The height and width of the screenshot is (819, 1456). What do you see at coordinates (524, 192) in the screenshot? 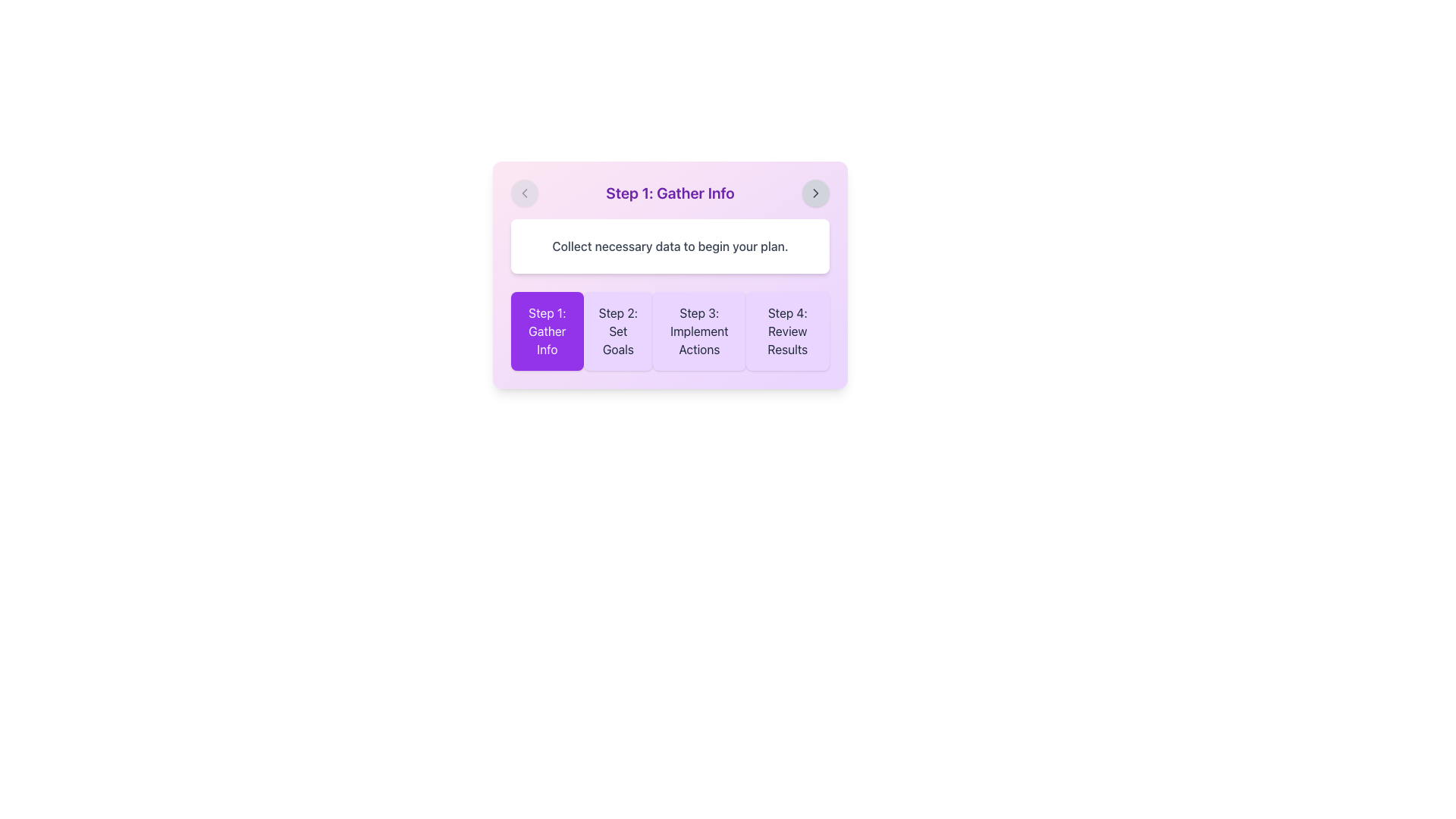
I see `the left-facing arrow icon within the circular button located in the top-left region of the navigation interface, which is part of the back navigation control` at bounding box center [524, 192].